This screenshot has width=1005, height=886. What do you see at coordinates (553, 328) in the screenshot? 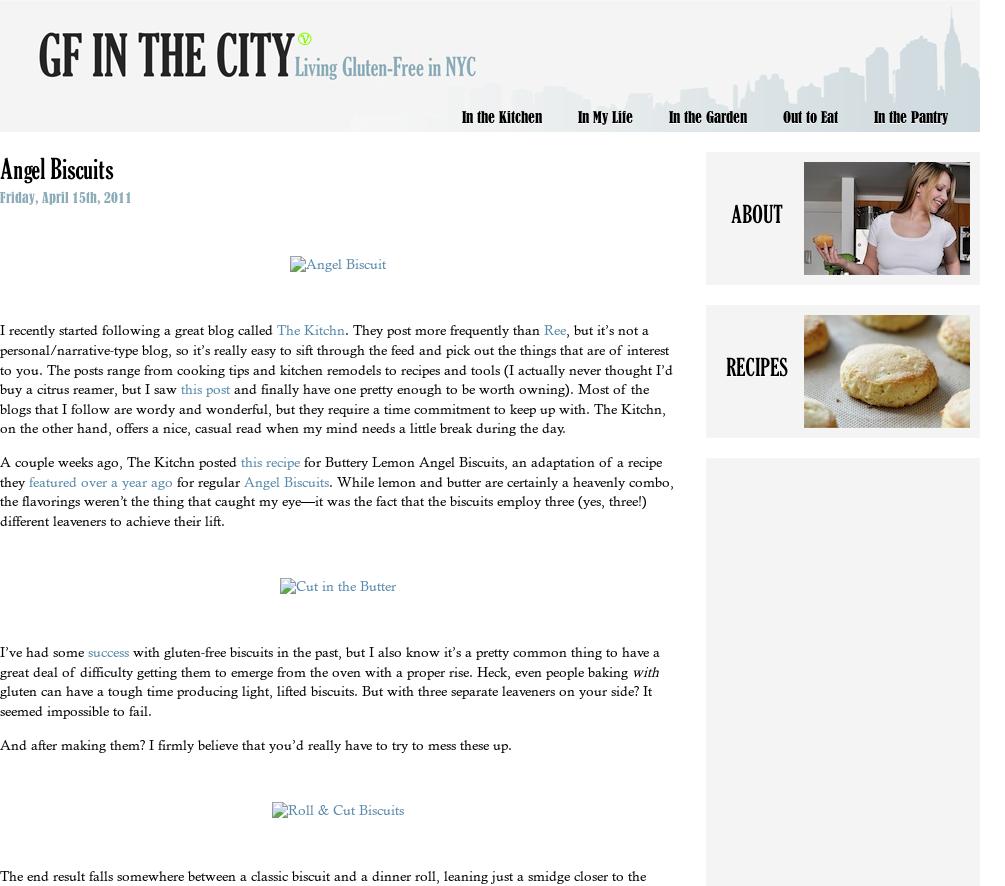
I see `'Ree'` at bounding box center [553, 328].